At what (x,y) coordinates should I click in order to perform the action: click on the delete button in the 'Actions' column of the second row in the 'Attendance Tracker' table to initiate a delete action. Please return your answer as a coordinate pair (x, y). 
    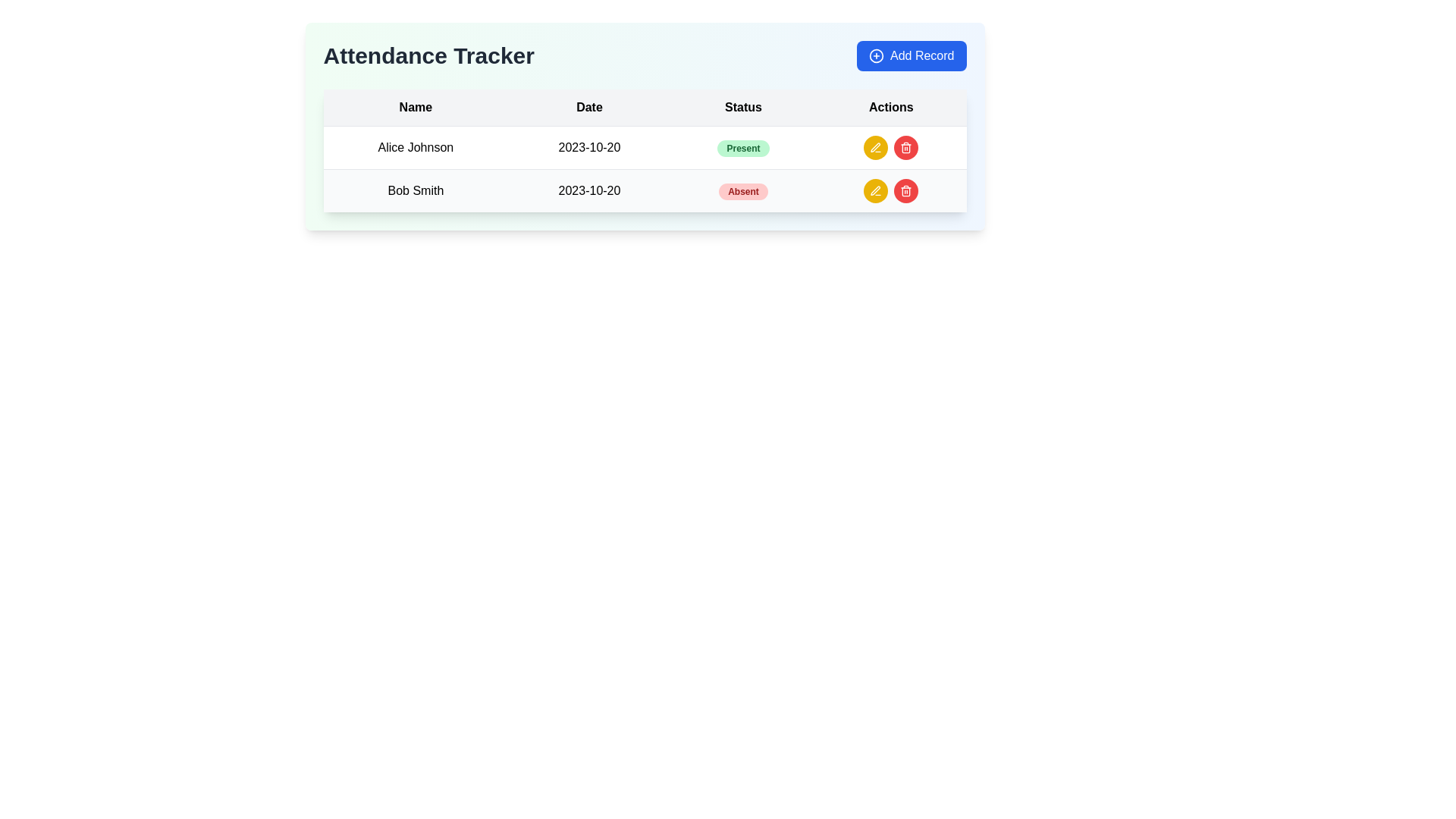
    Looking at the image, I should click on (906, 190).